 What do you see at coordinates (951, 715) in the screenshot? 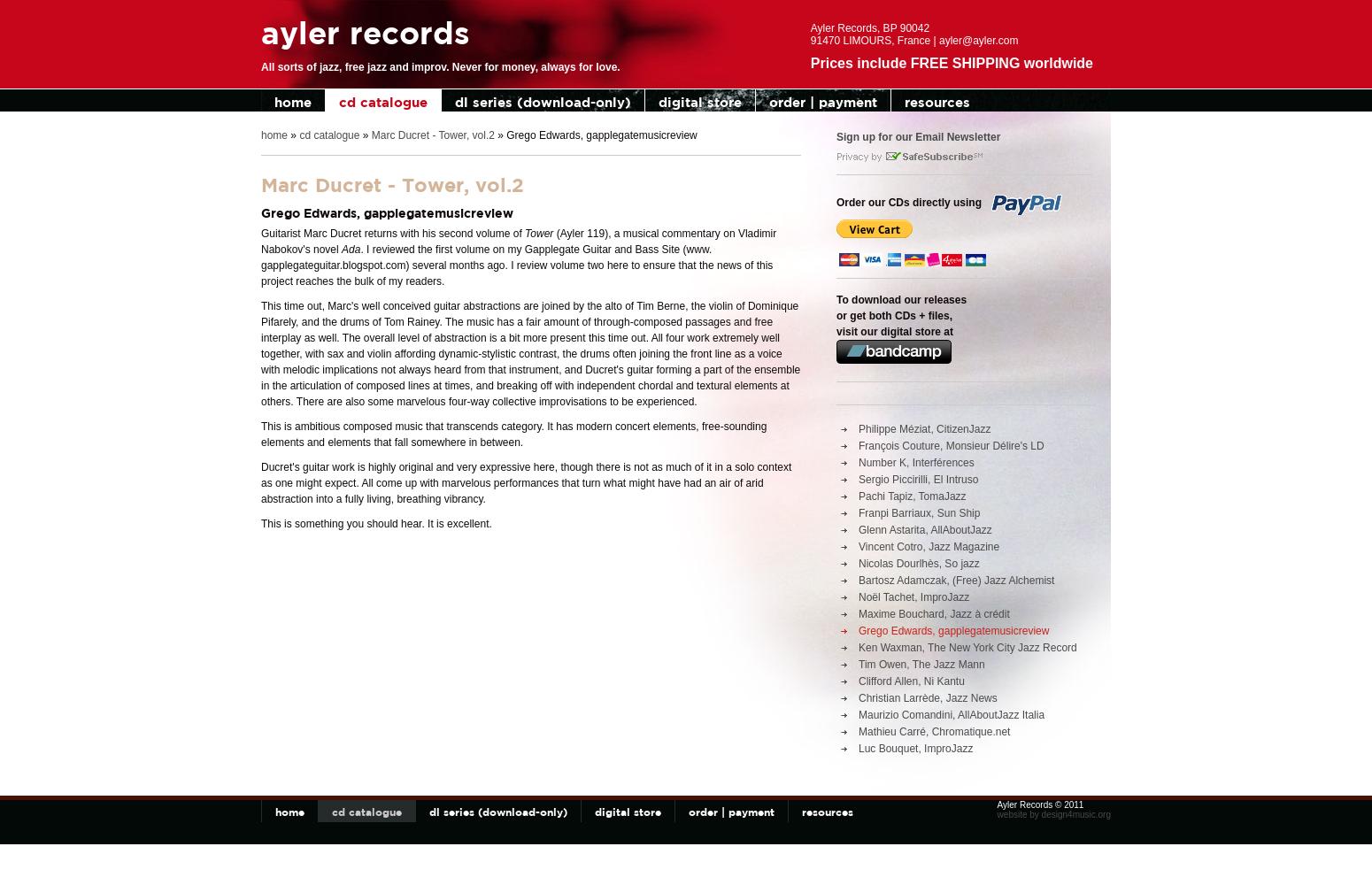
I see `'Maurizio Comandini, AllAboutJazz Italia'` at bounding box center [951, 715].